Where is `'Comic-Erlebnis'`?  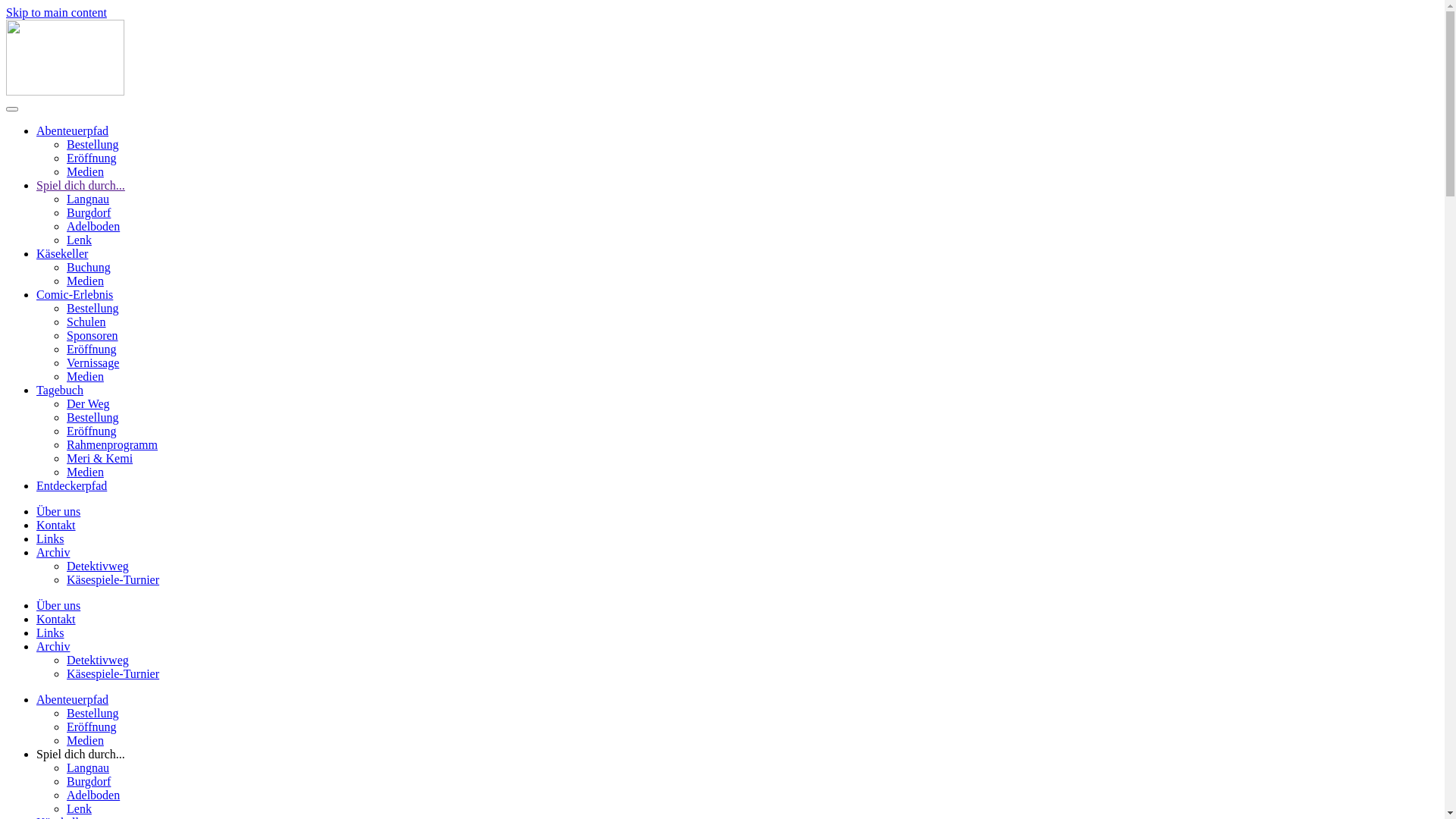
'Comic-Erlebnis' is located at coordinates (74, 294).